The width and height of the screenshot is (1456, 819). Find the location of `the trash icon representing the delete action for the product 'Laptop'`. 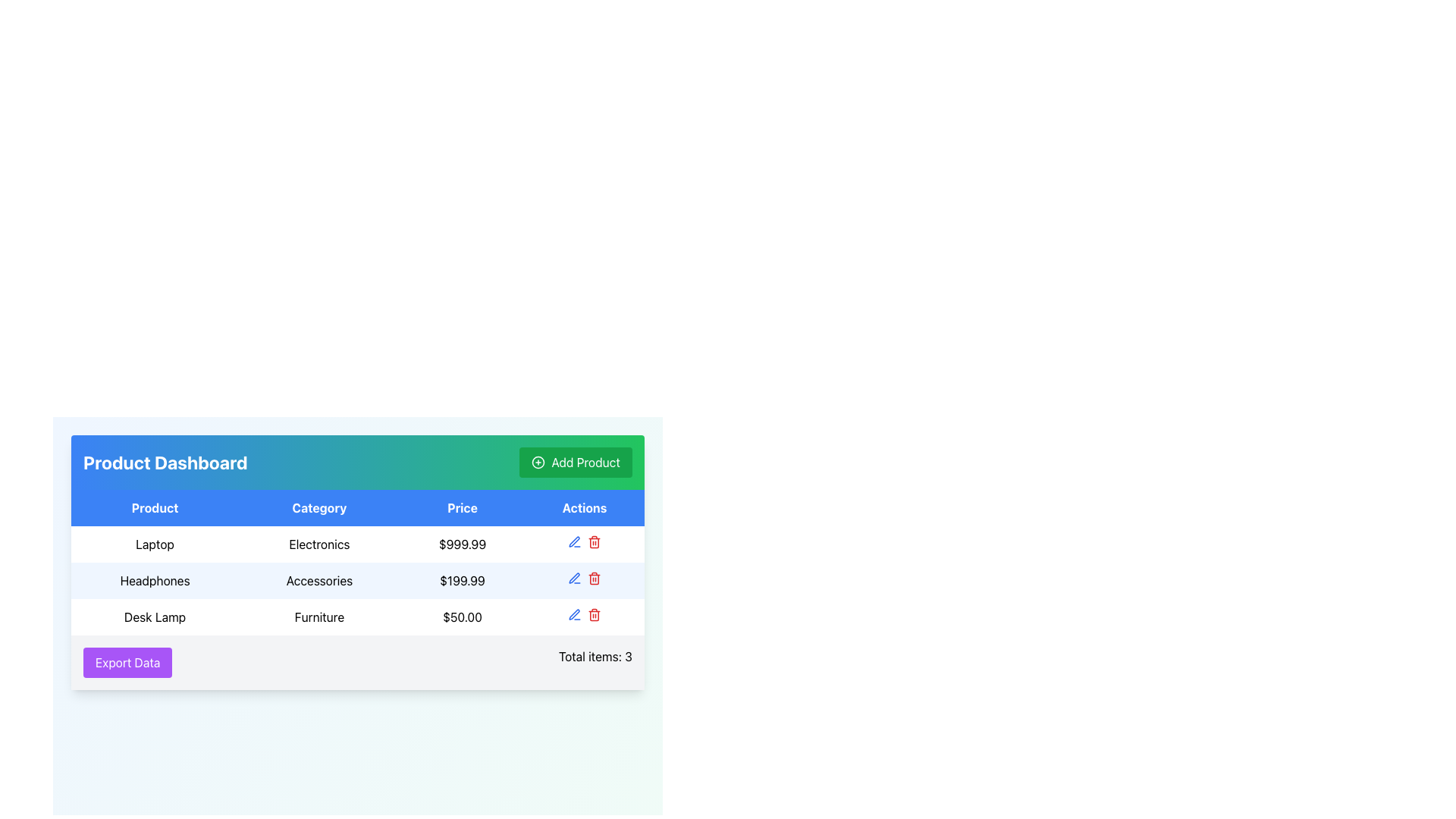

the trash icon representing the delete action for the product 'Laptop' is located at coordinates (594, 616).